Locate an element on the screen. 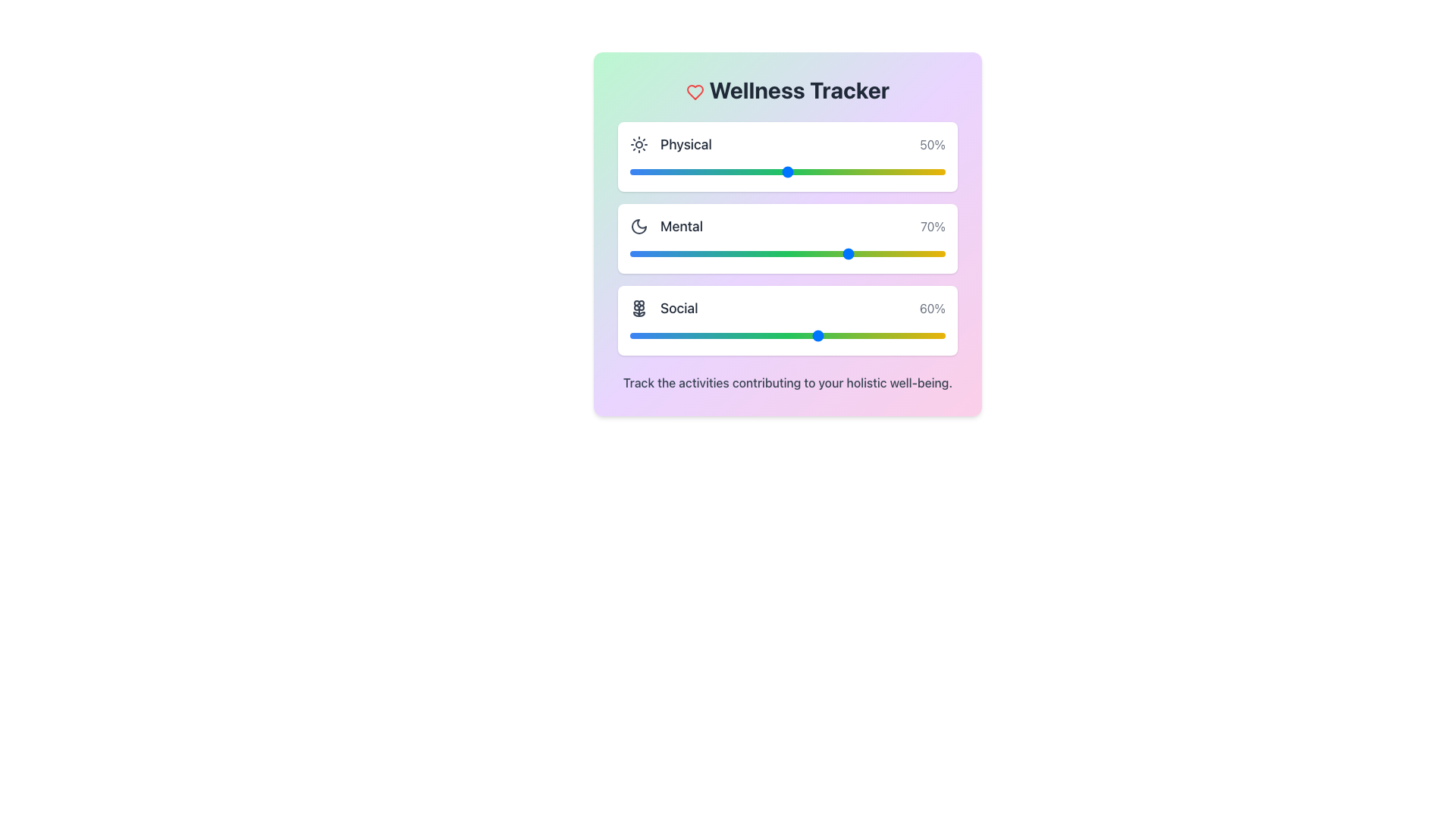 The height and width of the screenshot is (819, 1456). the mental health value is located at coordinates (639, 253).